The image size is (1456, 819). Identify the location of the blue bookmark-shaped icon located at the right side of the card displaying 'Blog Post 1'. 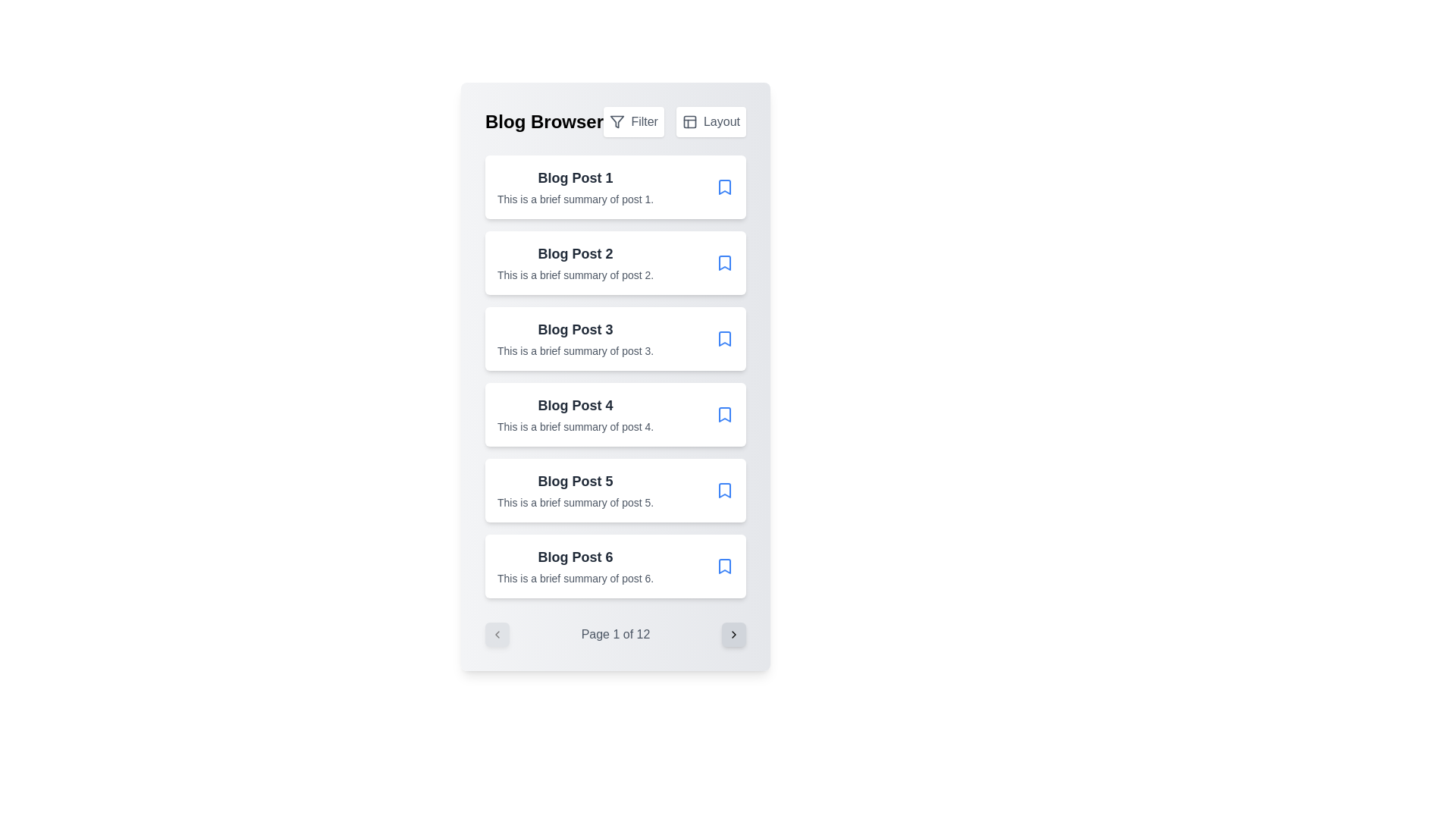
(723, 186).